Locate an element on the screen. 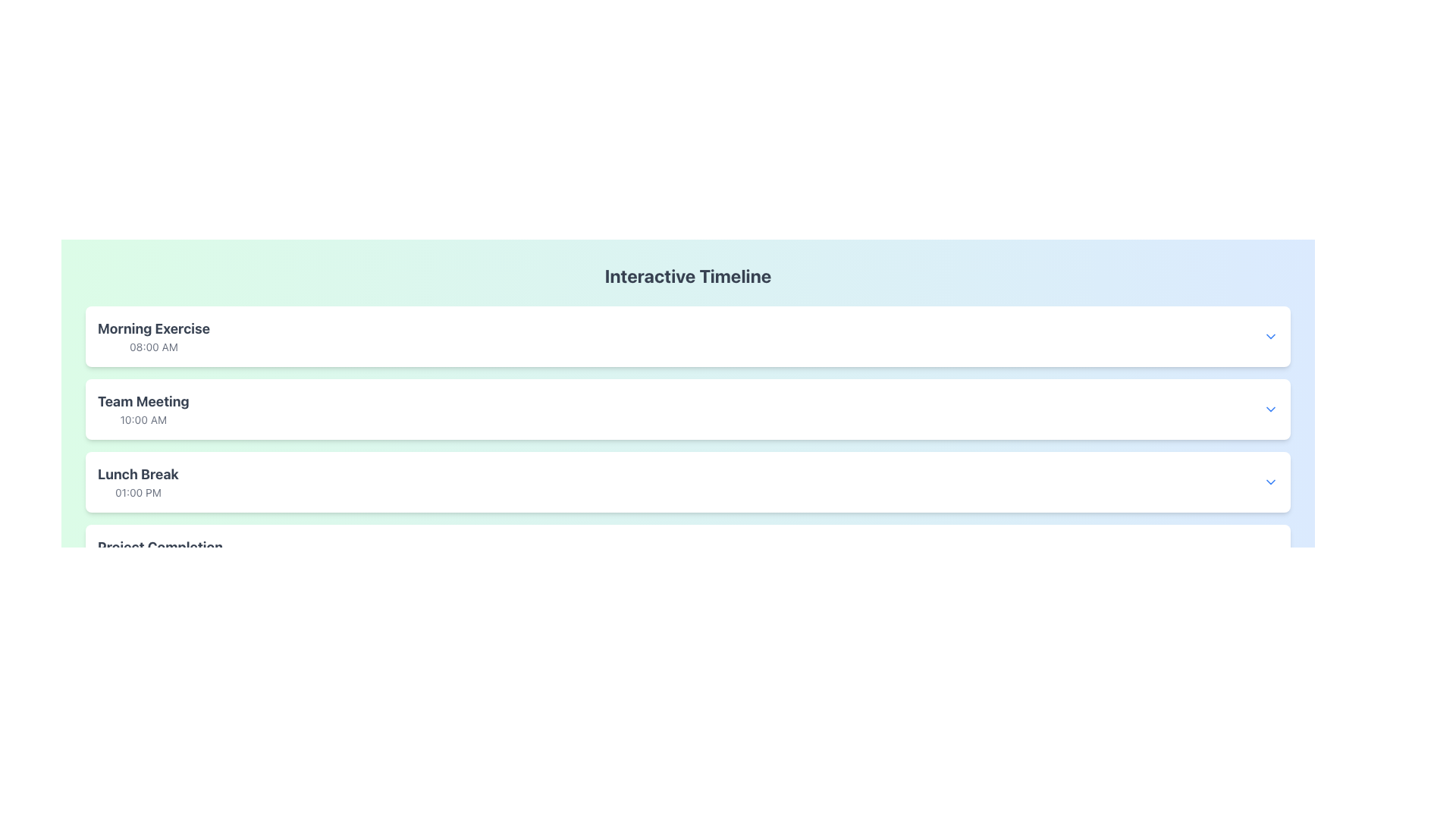 The height and width of the screenshot is (819, 1456). text content of the 'Team Meeting' label, which is a bold text displayed in dark gray, positioned centrally in the left-aligned block of the second timeline entry is located at coordinates (143, 400).